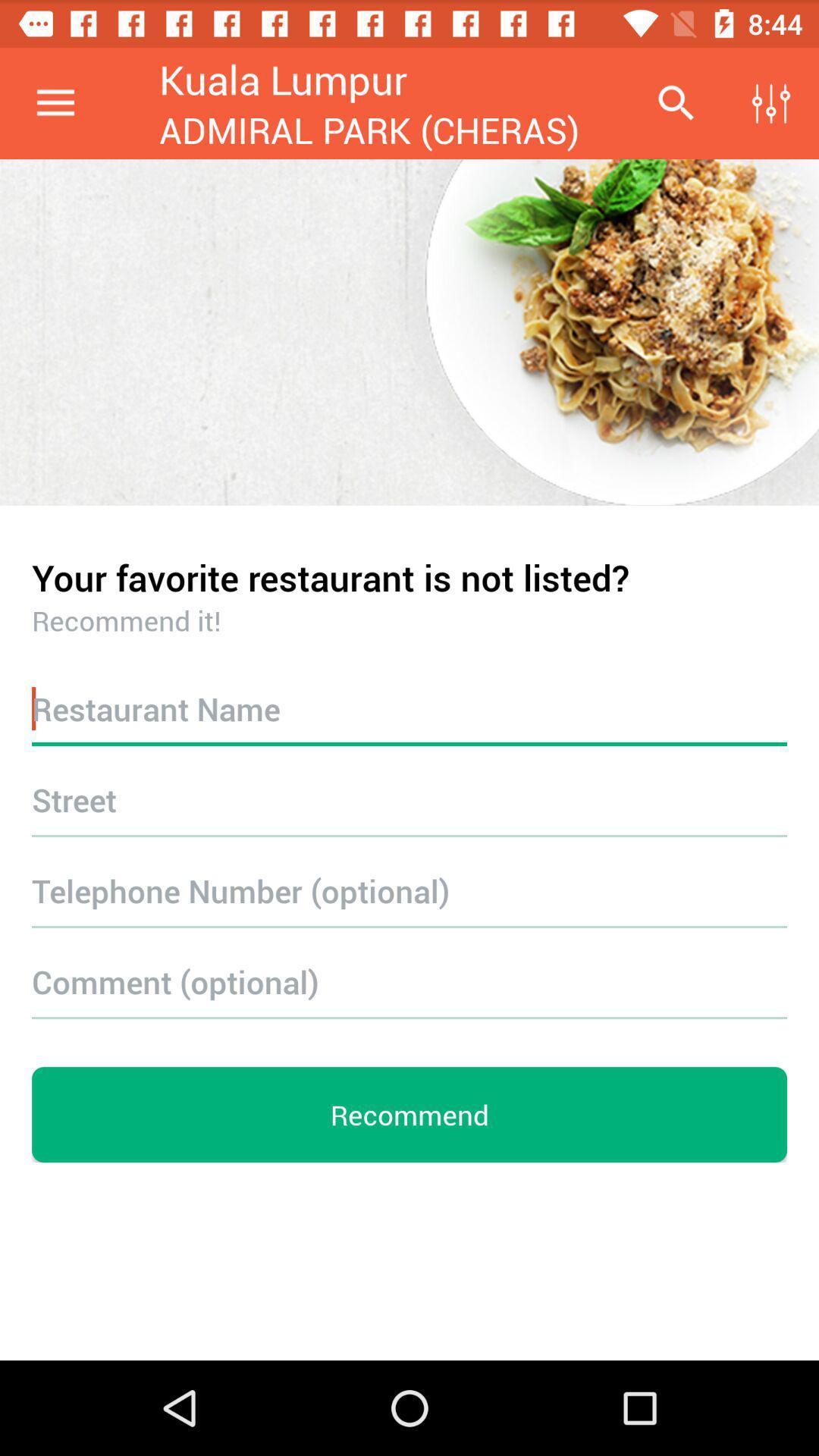  Describe the element at coordinates (55, 102) in the screenshot. I see `the item at the top left corner` at that location.